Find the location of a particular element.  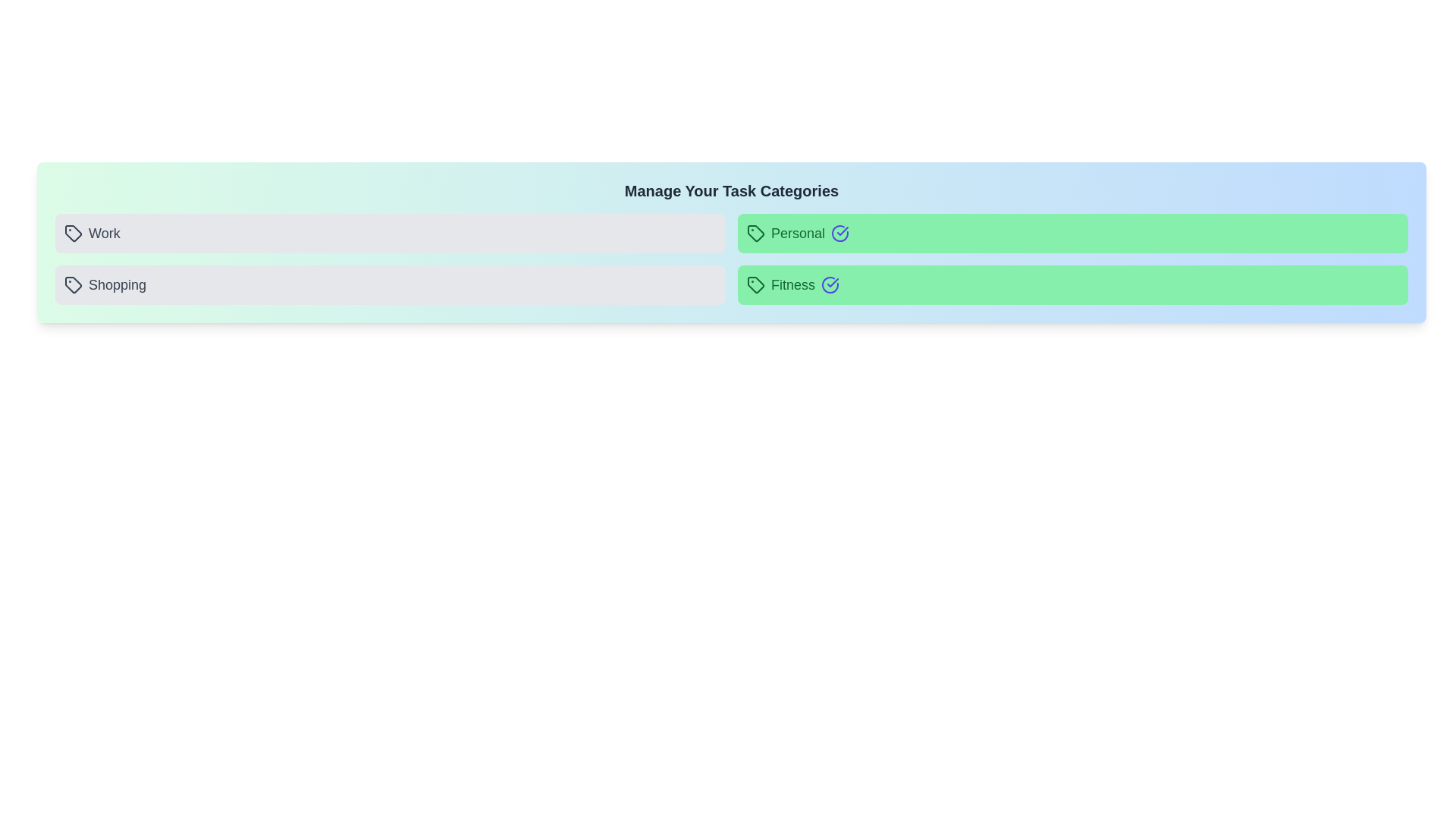

the button representing the category Fitness is located at coordinates (1072, 284).